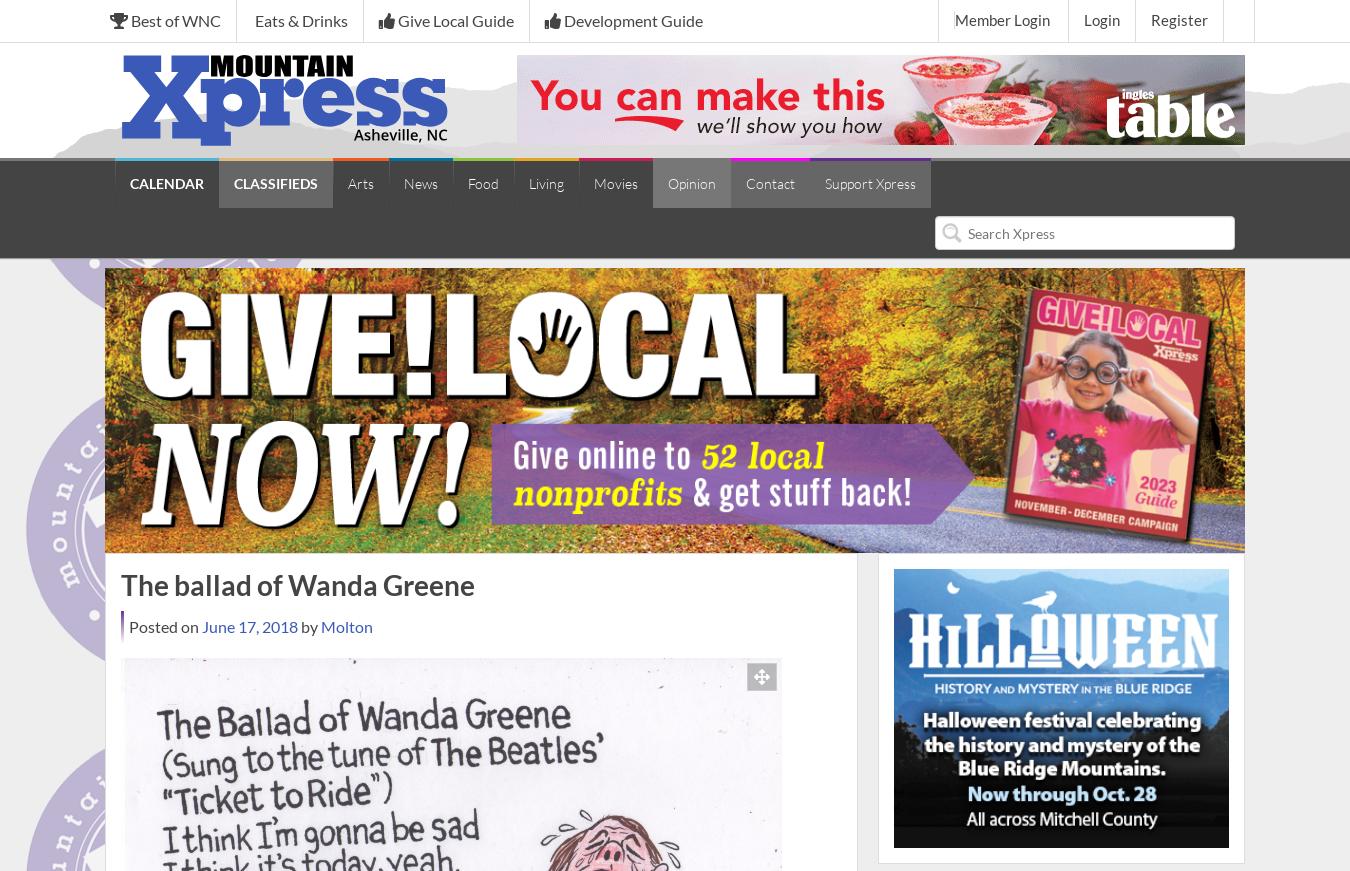 The width and height of the screenshot is (1350, 871). What do you see at coordinates (667, 183) in the screenshot?
I see `'Opinion'` at bounding box center [667, 183].